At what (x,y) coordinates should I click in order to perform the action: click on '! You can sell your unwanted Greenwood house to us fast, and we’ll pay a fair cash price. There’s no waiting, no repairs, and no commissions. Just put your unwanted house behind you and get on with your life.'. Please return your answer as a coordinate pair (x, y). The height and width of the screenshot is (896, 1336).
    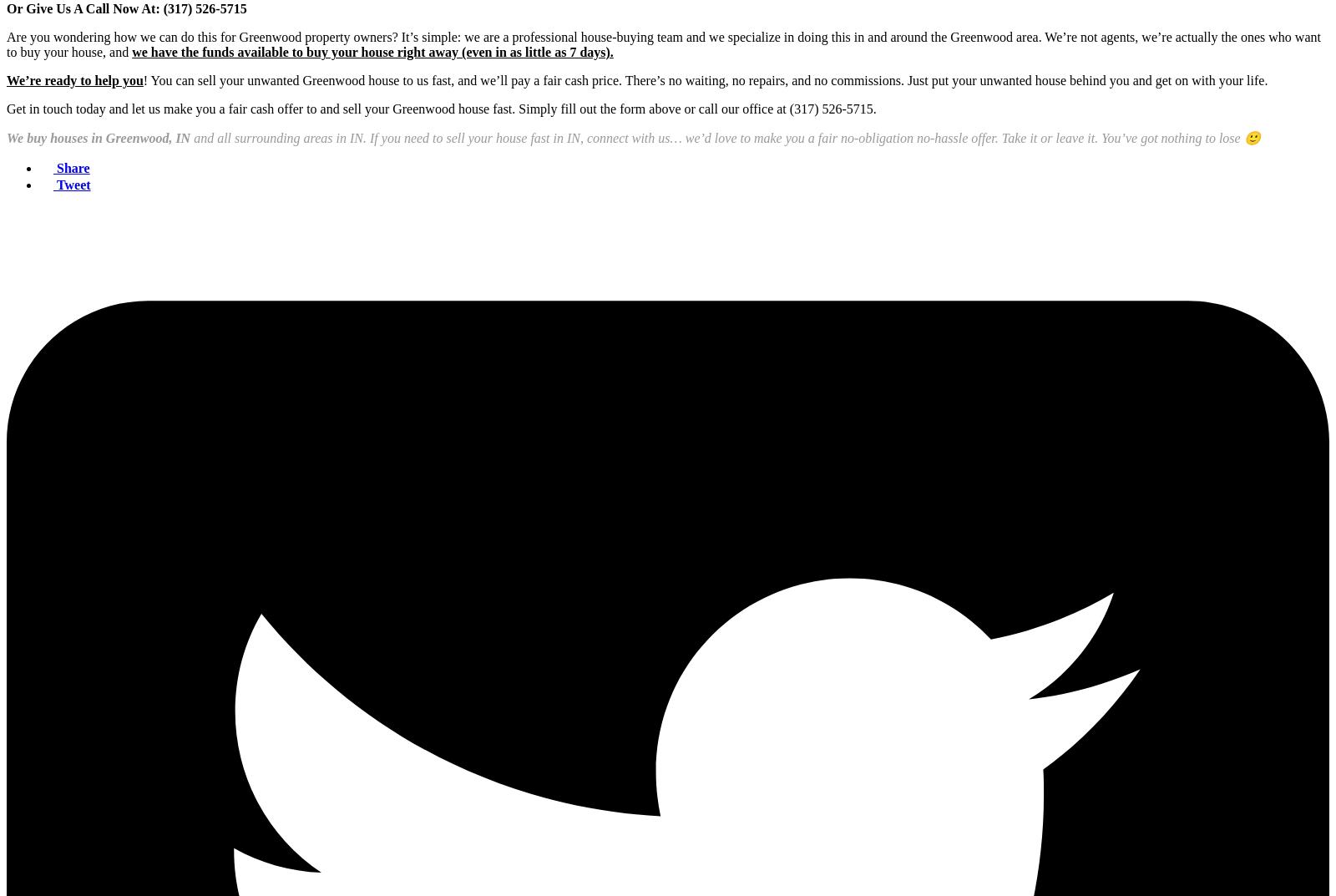
    Looking at the image, I should click on (704, 80).